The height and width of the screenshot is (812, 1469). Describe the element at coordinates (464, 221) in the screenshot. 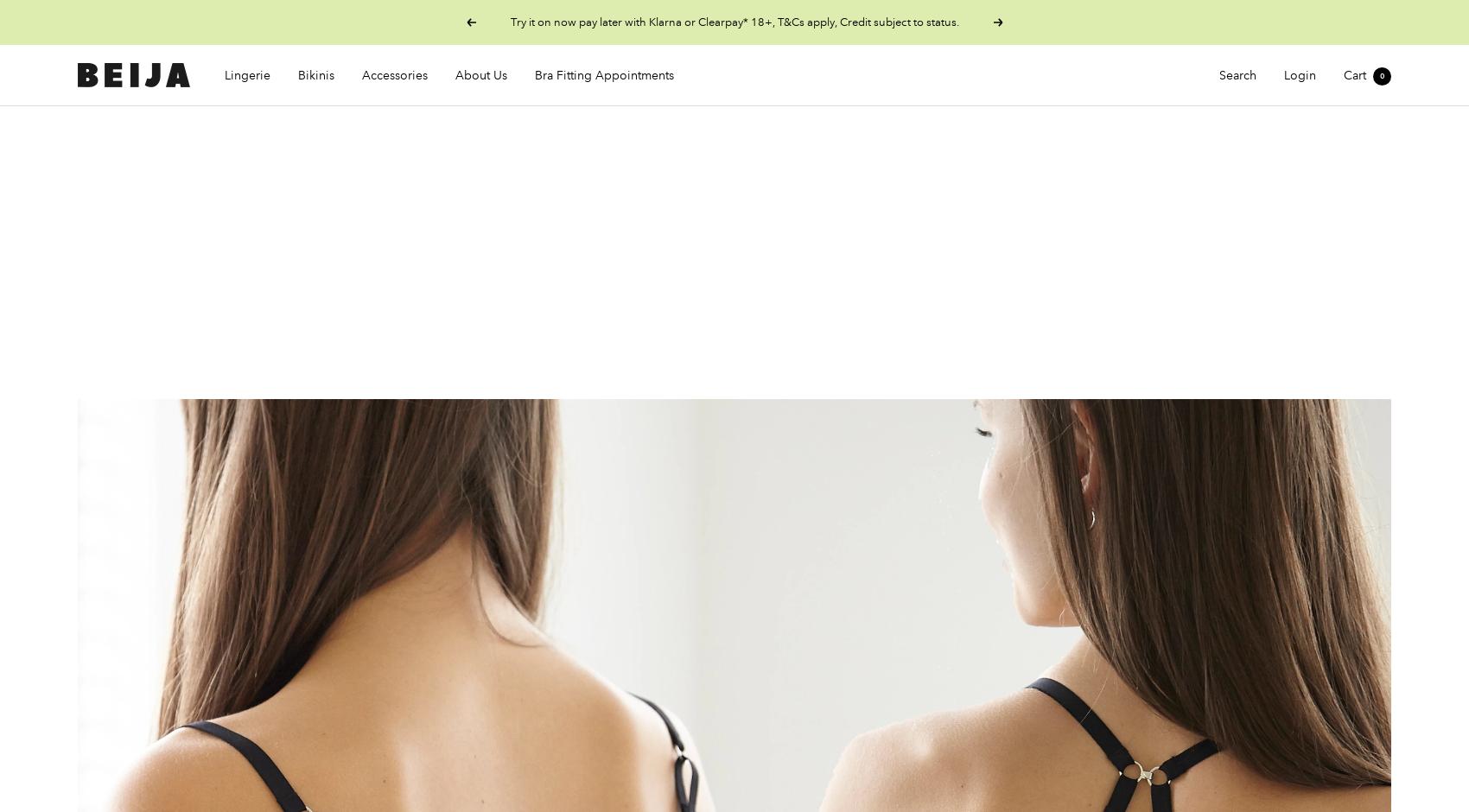

I see `'Deep Bikini Brief'` at that location.